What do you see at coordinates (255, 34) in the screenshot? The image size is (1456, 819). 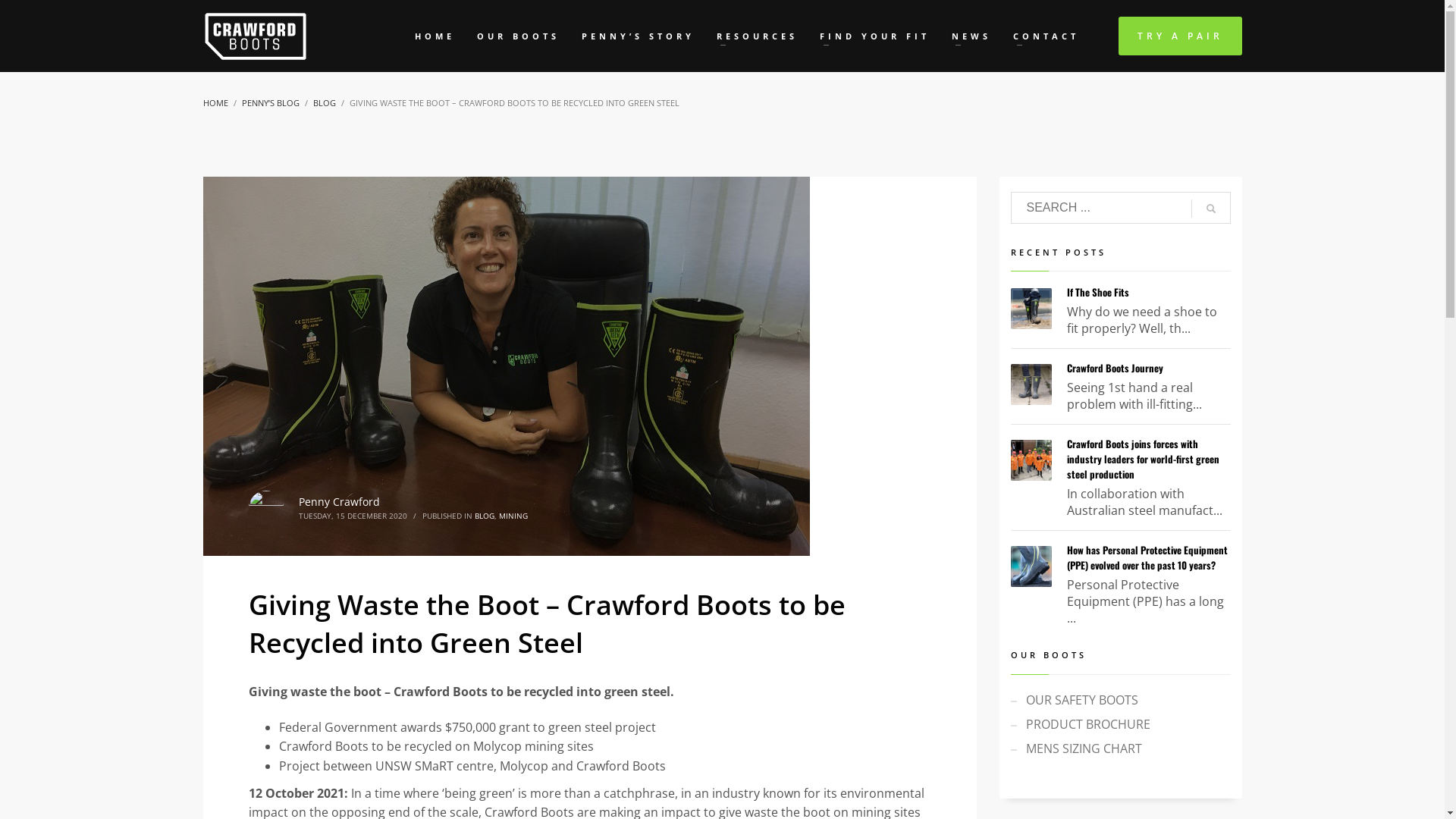 I see `'Waterproof Safety Boots That Fit'` at bounding box center [255, 34].